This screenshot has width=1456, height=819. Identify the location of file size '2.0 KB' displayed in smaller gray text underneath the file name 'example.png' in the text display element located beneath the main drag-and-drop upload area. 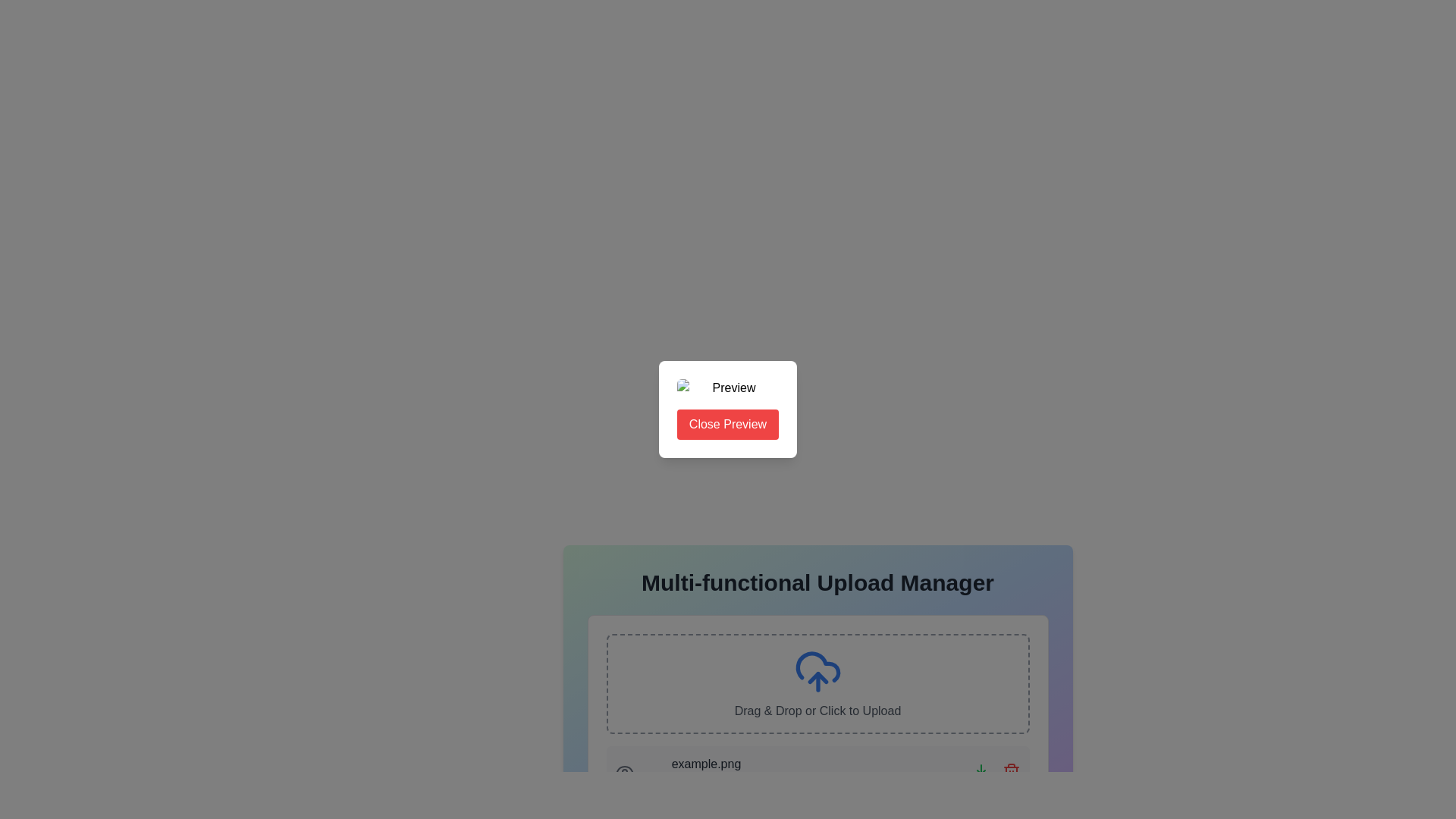
(705, 772).